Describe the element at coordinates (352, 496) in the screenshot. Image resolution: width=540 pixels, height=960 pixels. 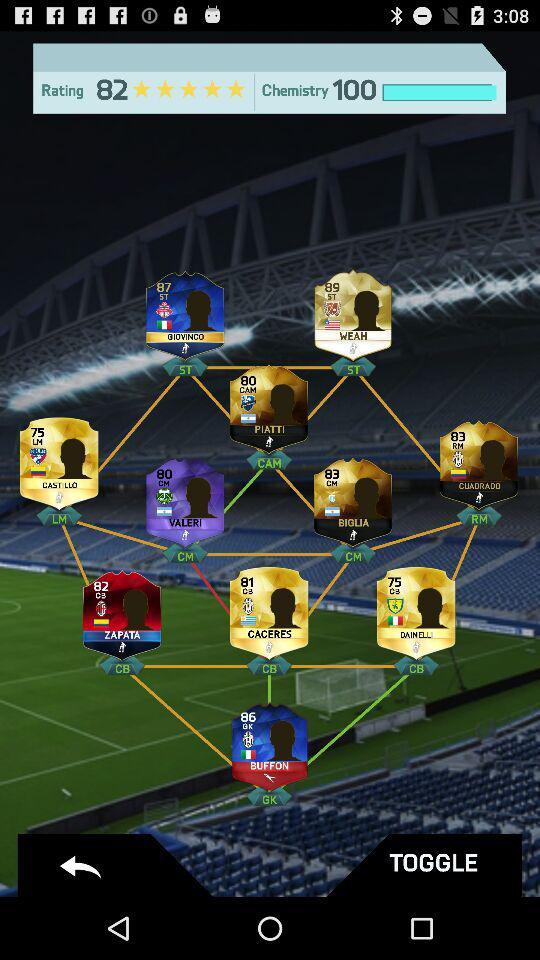
I see `the player for more details on him` at that location.